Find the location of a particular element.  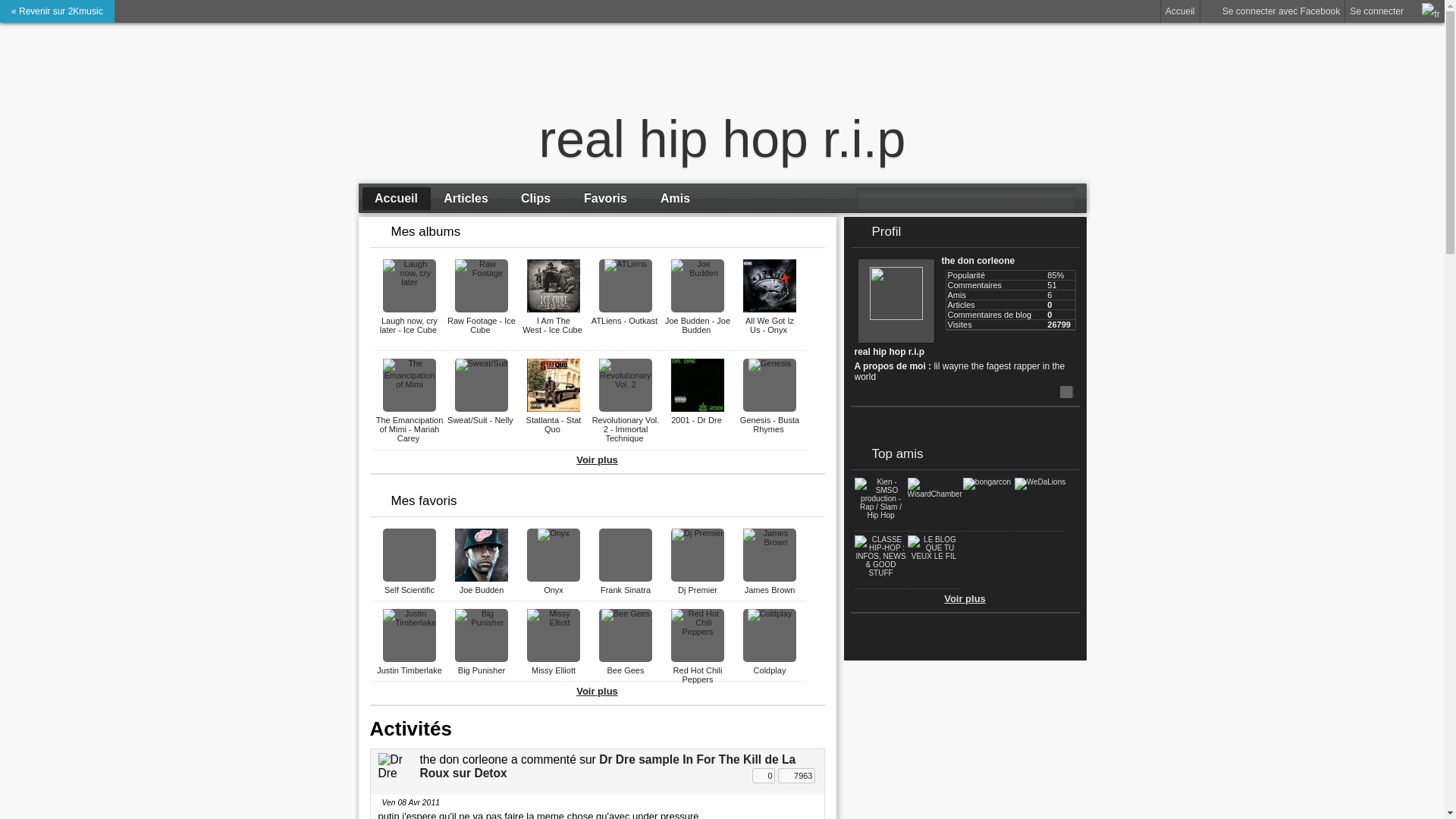

' Se connecter avec Facebook' is located at coordinates (1200, 11).